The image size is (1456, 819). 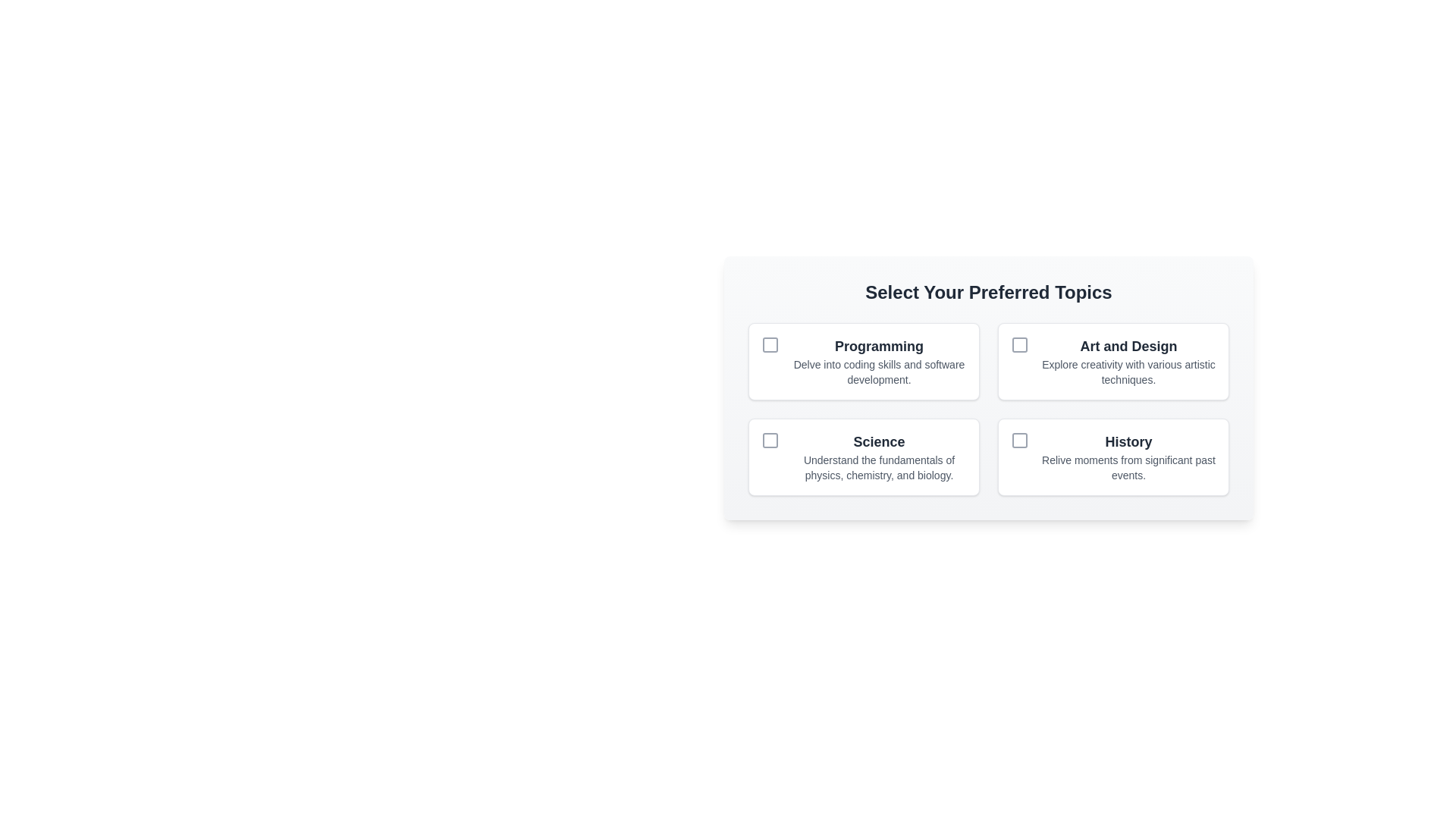 What do you see at coordinates (1019, 345) in the screenshot?
I see `the checkbox` at bounding box center [1019, 345].